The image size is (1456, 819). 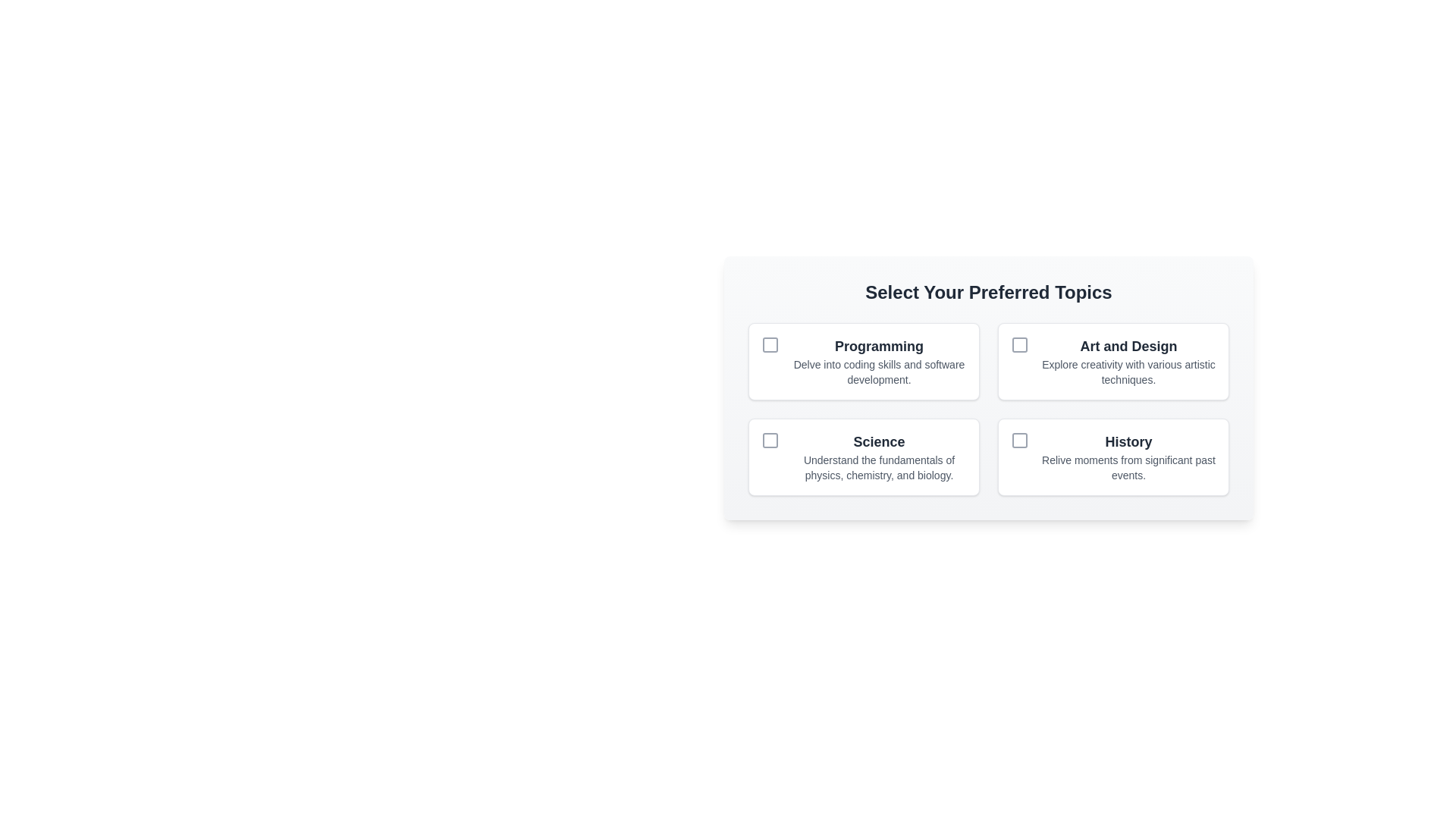 What do you see at coordinates (1019, 345) in the screenshot?
I see `the checkbox` at bounding box center [1019, 345].